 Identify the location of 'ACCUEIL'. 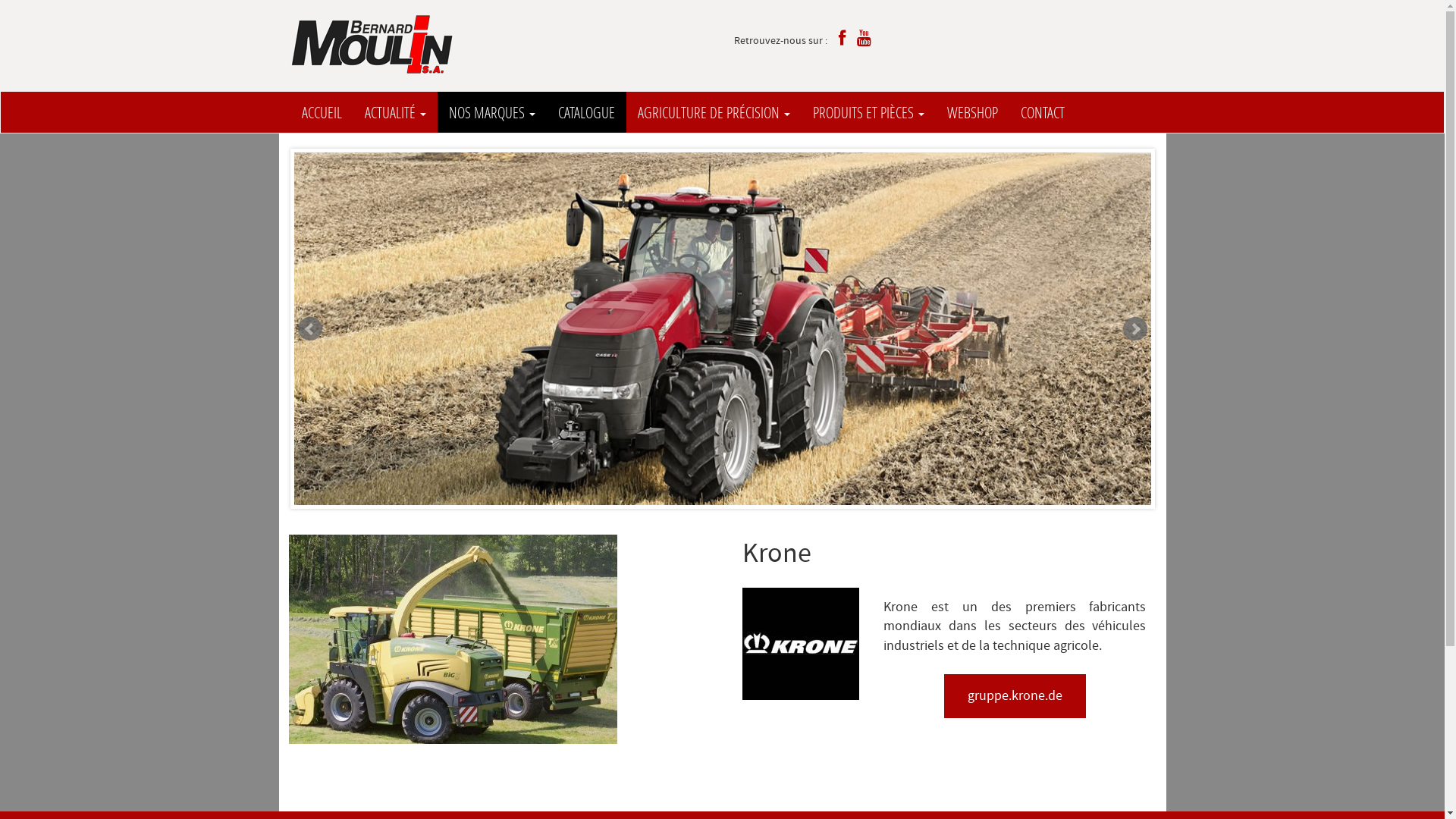
(320, 111).